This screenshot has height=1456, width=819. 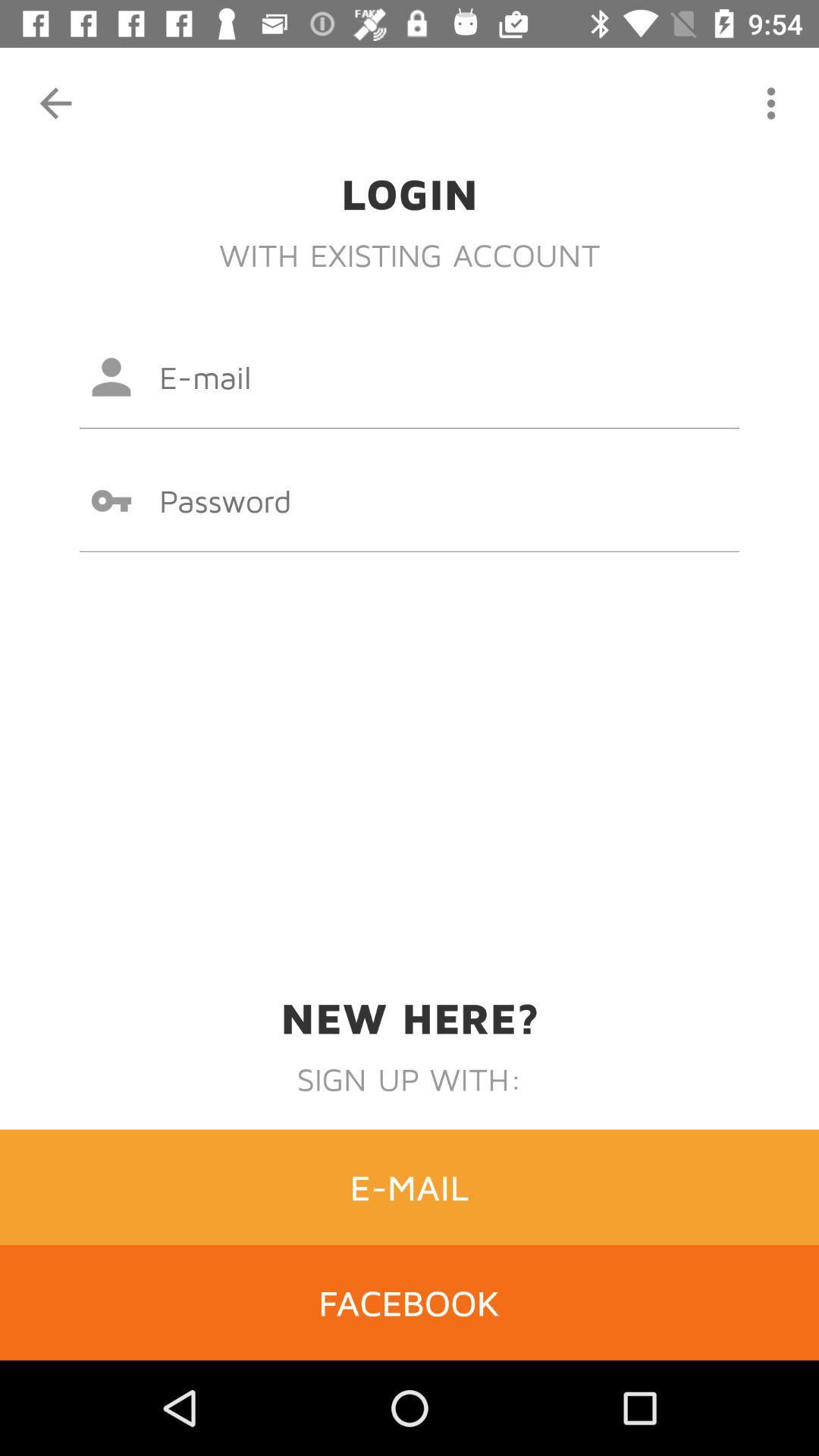 I want to click on item above the facebook, so click(x=409, y=1186).